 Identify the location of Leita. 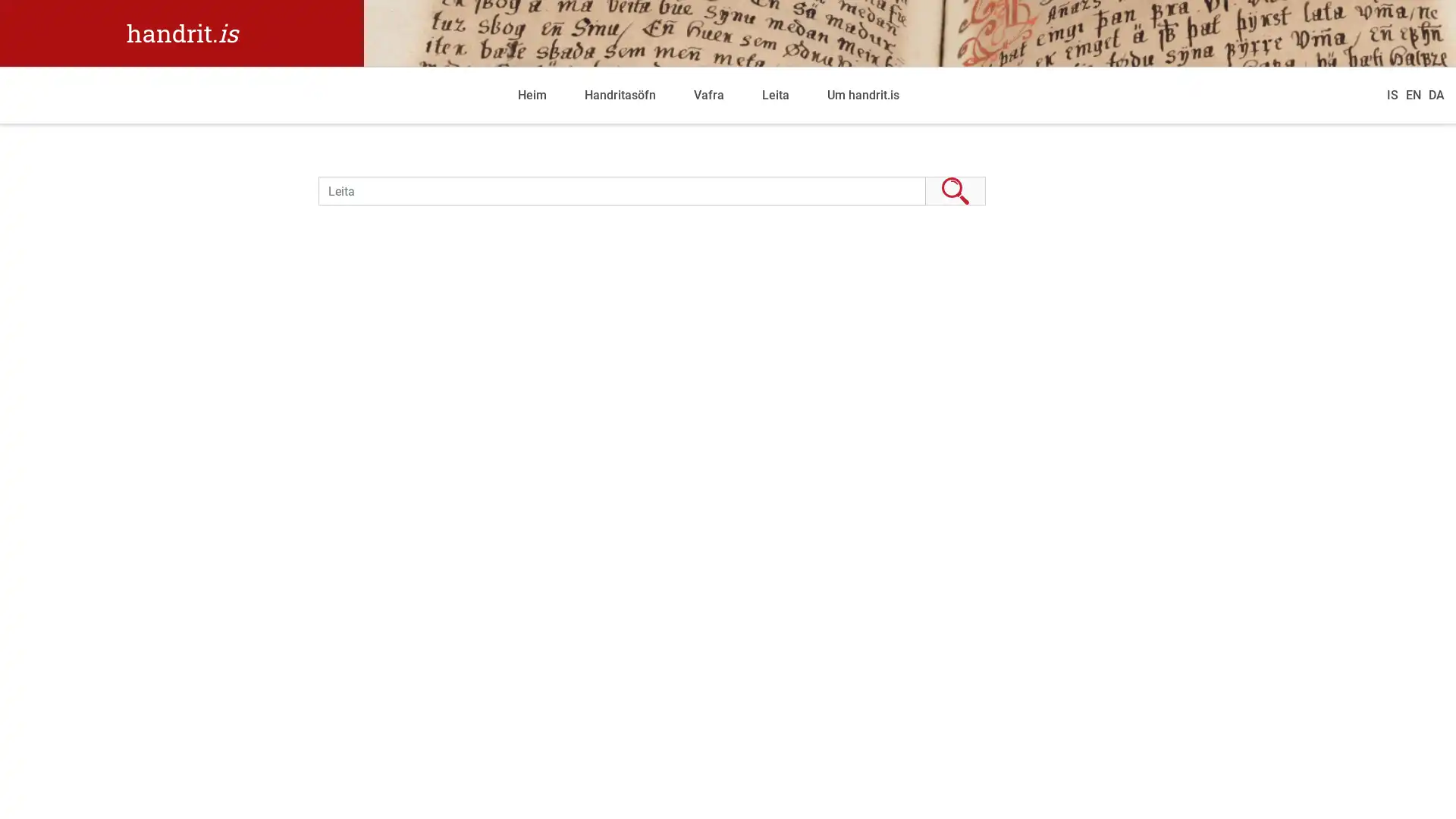
(954, 190).